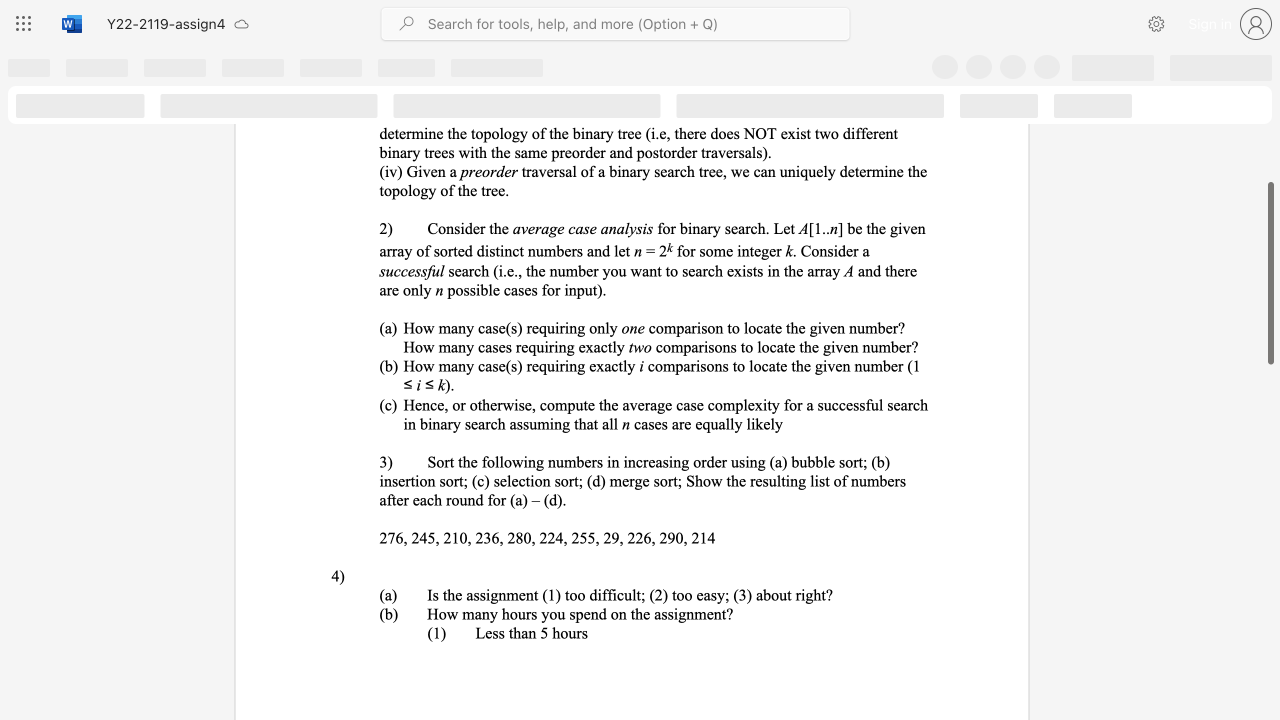  I want to click on the scrollbar and move down 40 pixels, so click(1269, 273).